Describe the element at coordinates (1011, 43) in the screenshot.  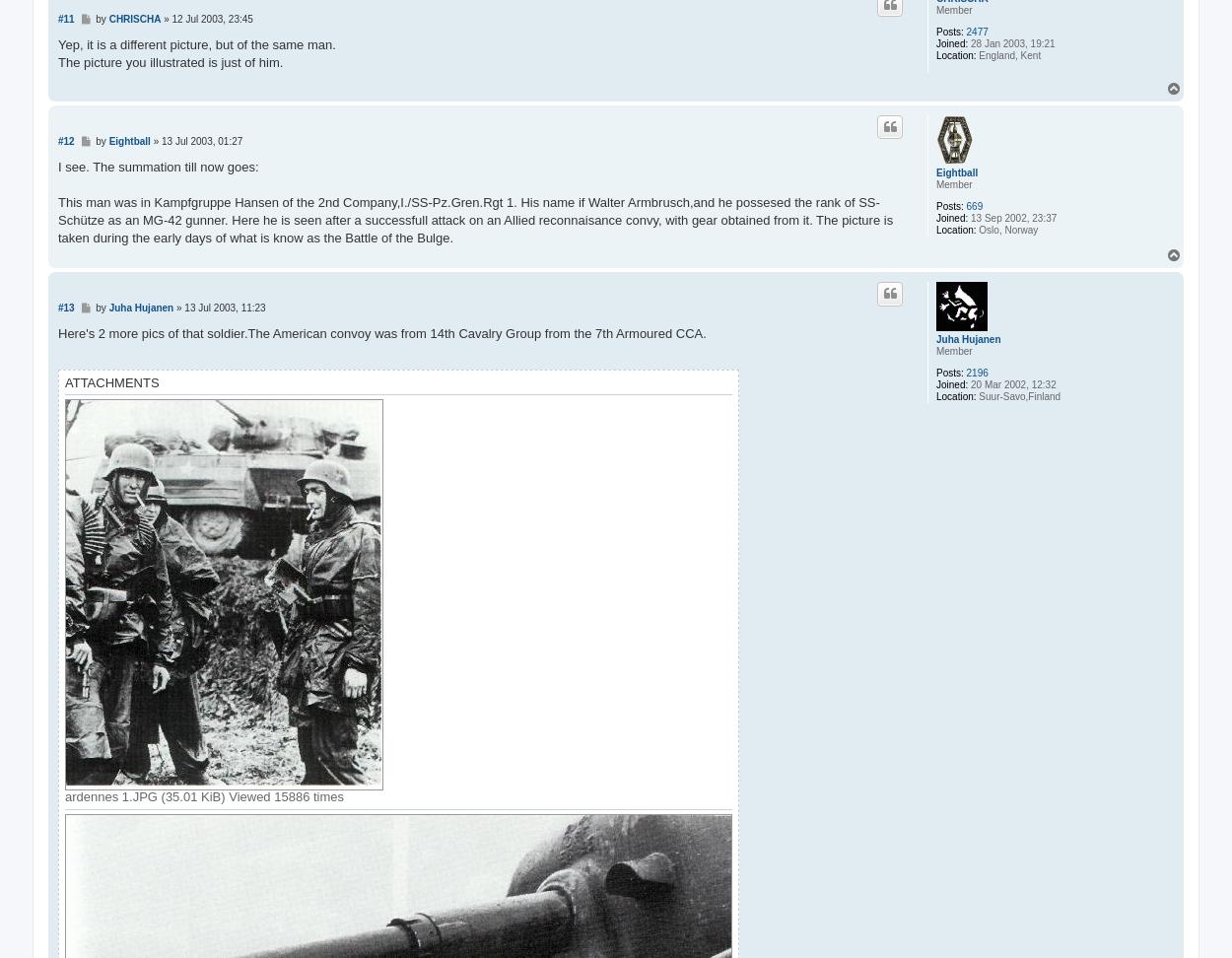
I see `'28 Jan 2003, 19:21'` at that location.